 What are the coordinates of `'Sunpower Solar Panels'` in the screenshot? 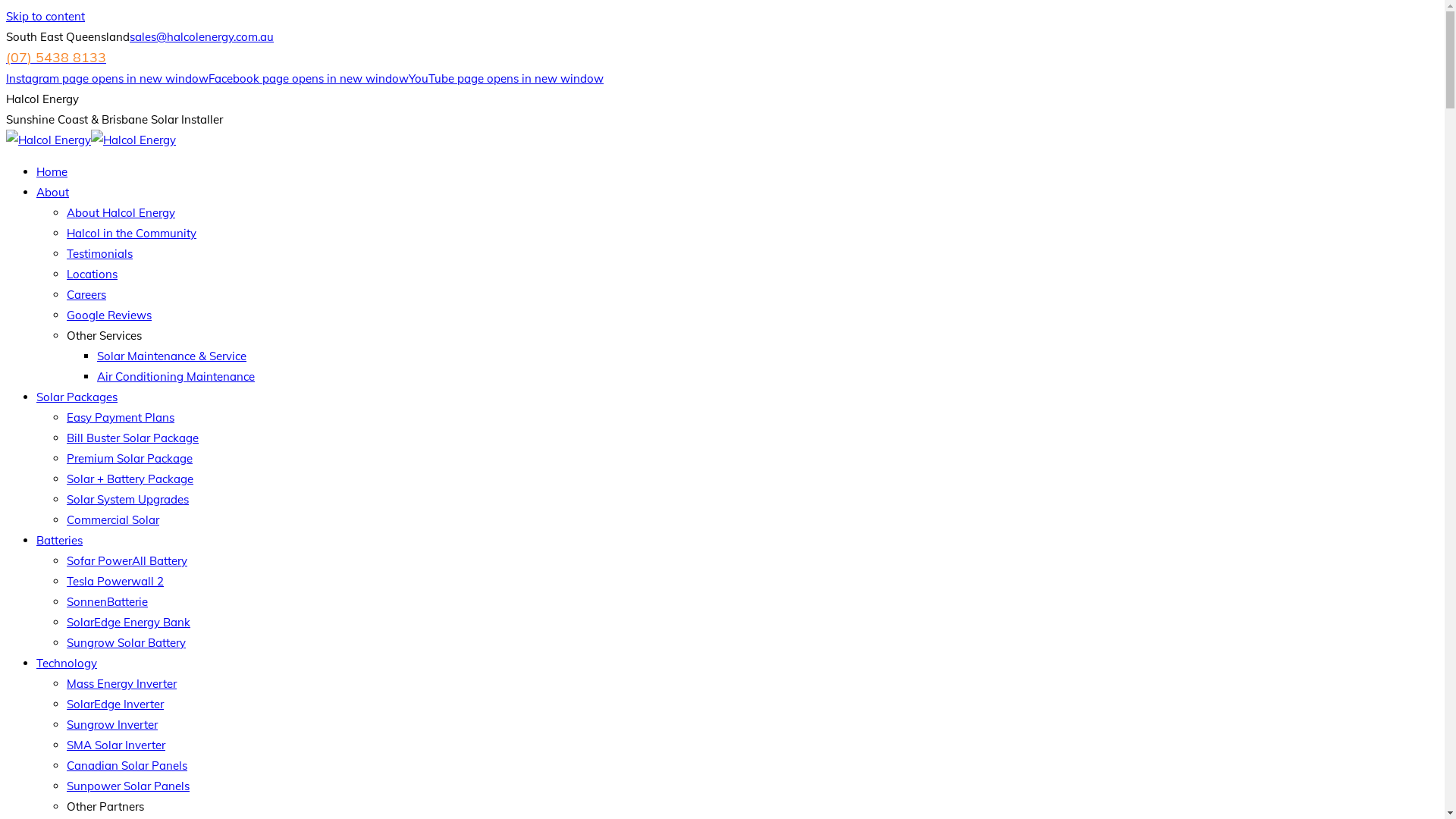 It's located at (127, 785).